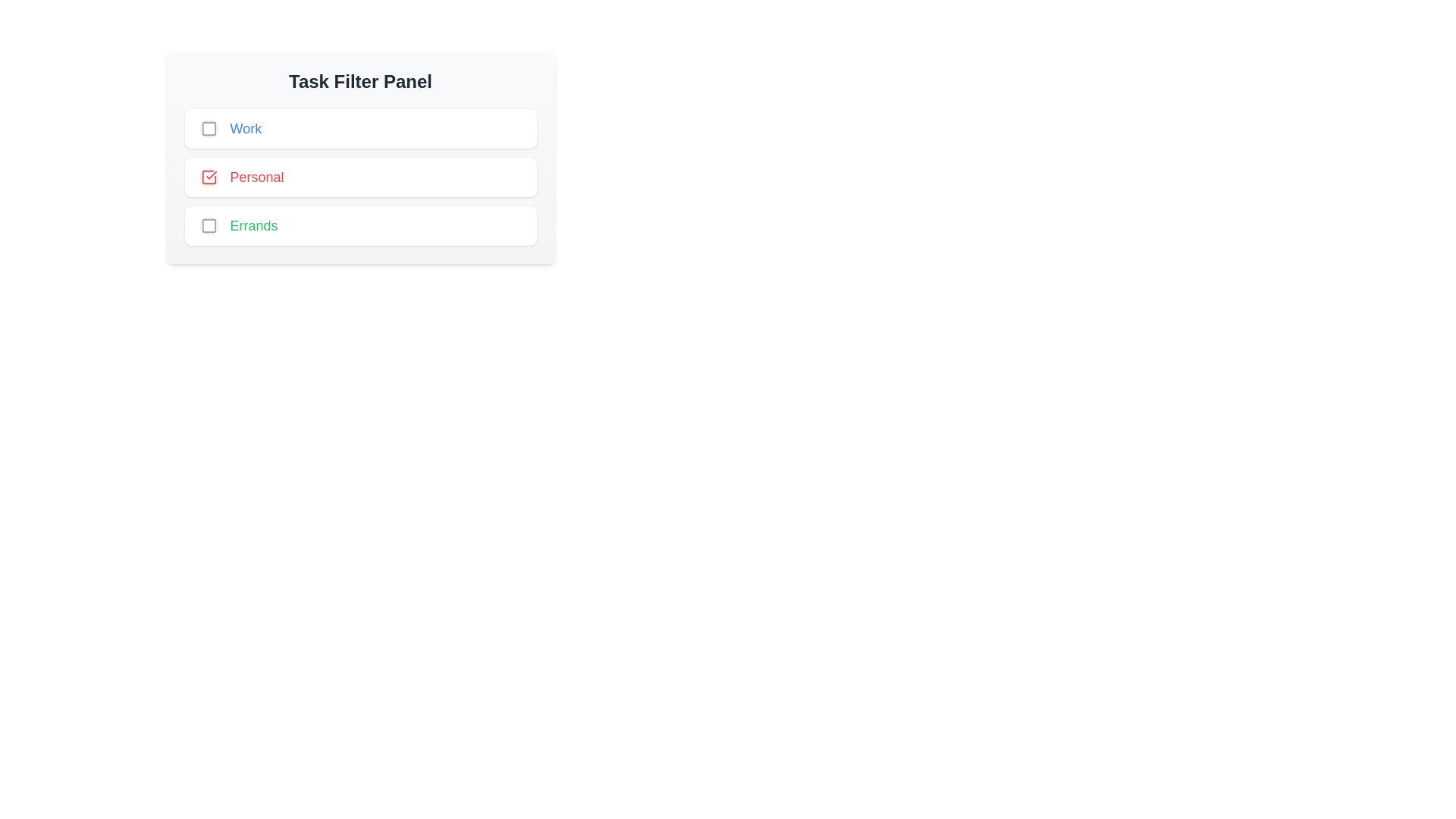 The height and width of the screenshot is (819, 1456). I want to click on the 'Personal' text label in the task filter panel, so click(257, 177).